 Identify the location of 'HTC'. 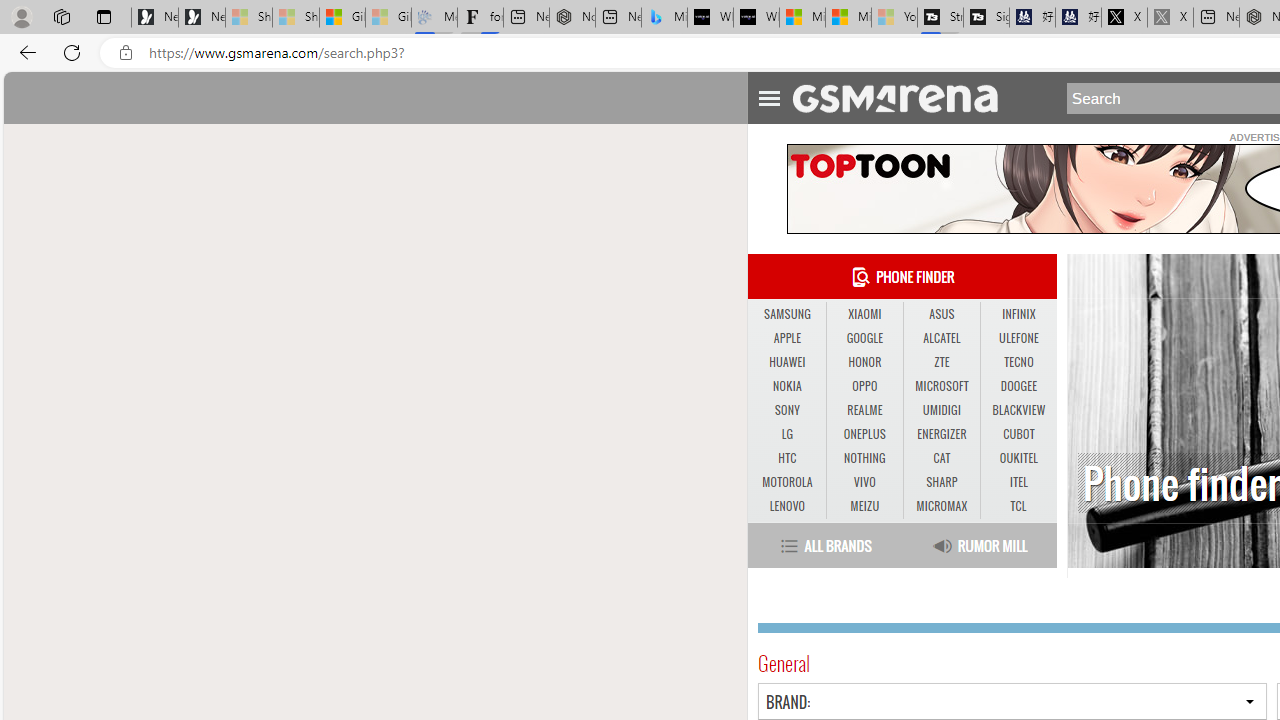
(786, 458).